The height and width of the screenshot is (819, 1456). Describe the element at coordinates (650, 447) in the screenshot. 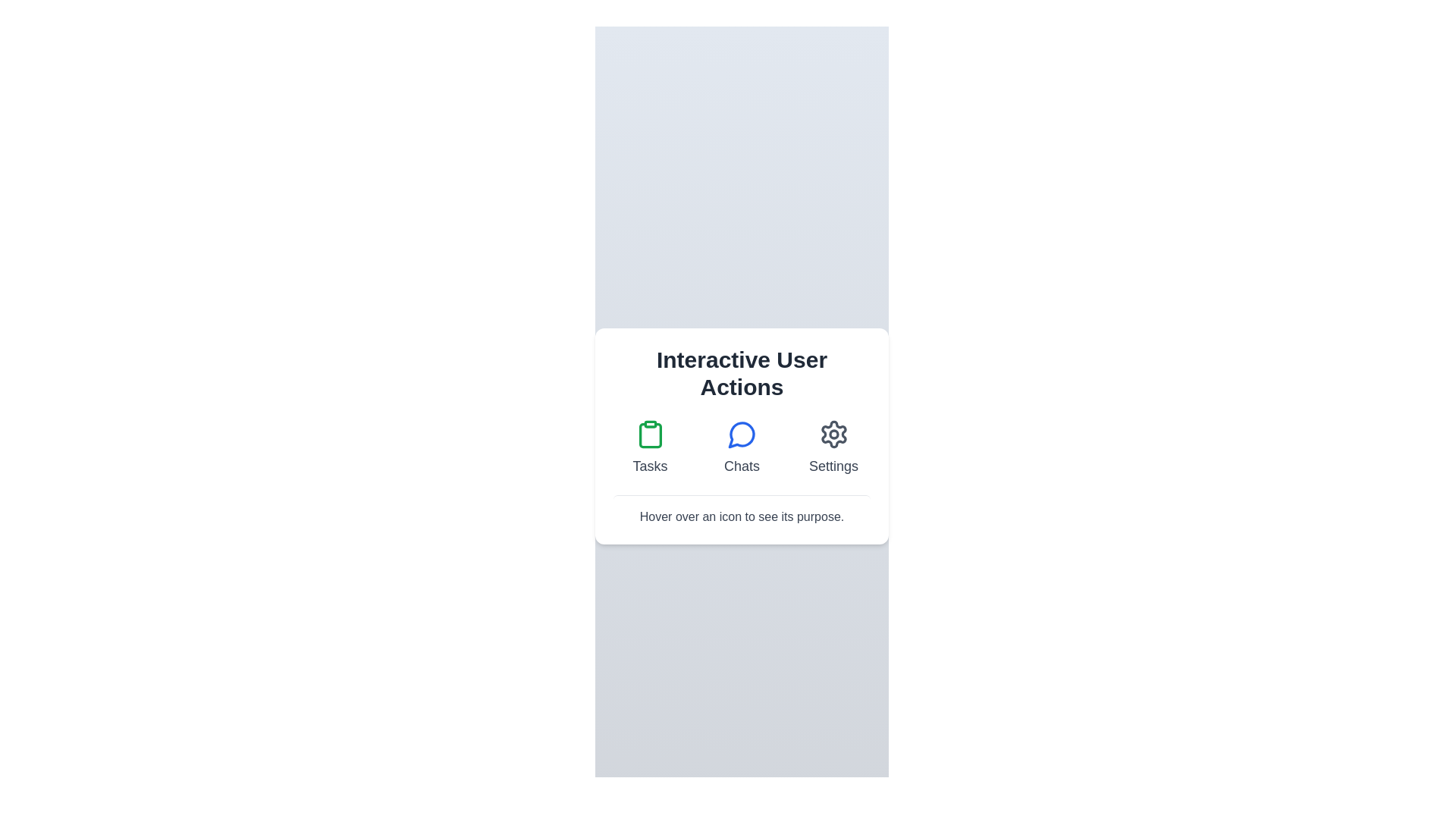

I see `the 'Tasks' clickable module, which is the first entry in a grid of three options, positioned on the far left before 'Chats' and 'Settings'` at that location.